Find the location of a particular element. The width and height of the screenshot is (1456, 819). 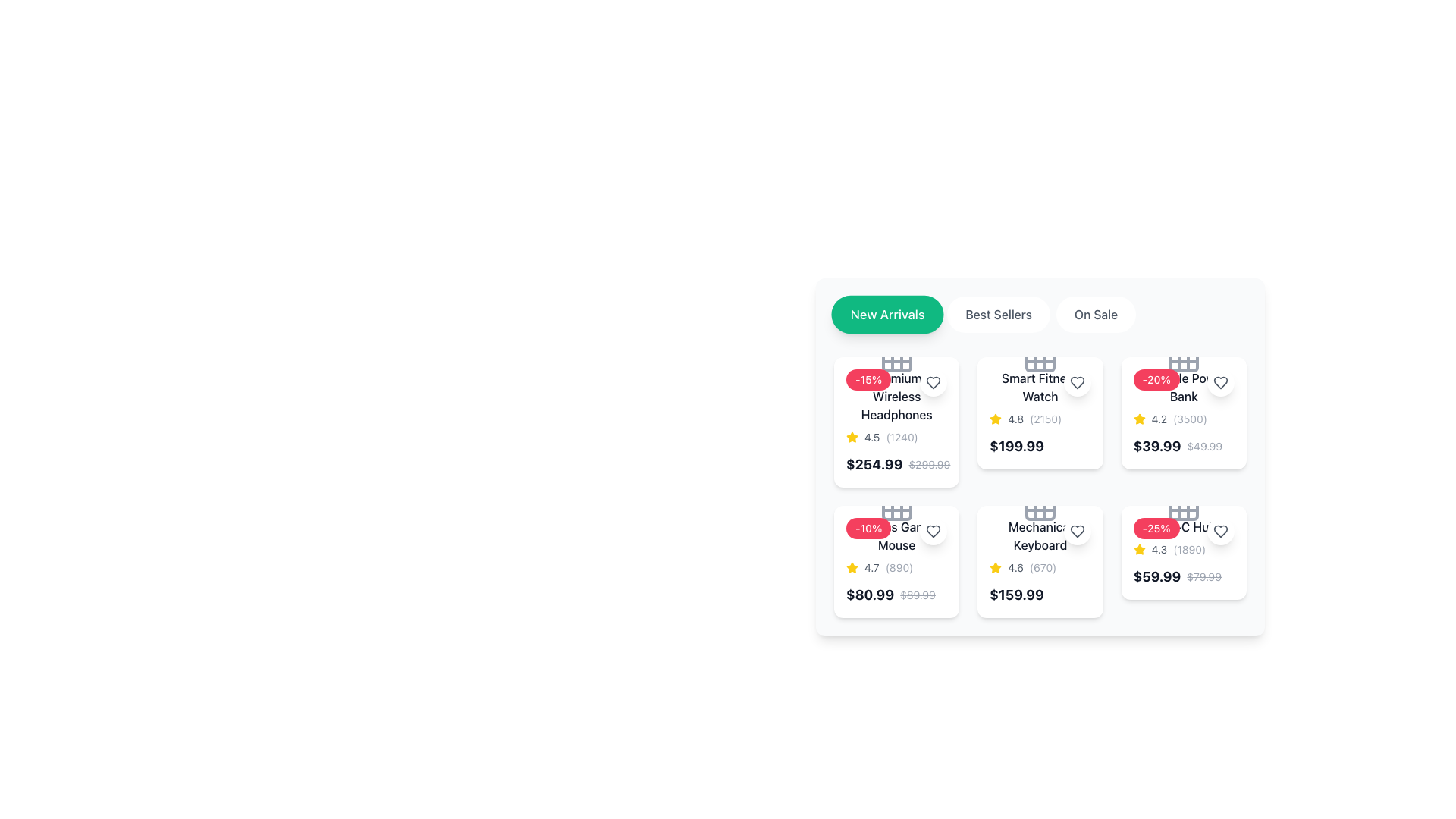

the heart-shaped icon located at the top-right corner of the bottom-right card in the grid to like or save the product is located at coordinates (1220, 531).